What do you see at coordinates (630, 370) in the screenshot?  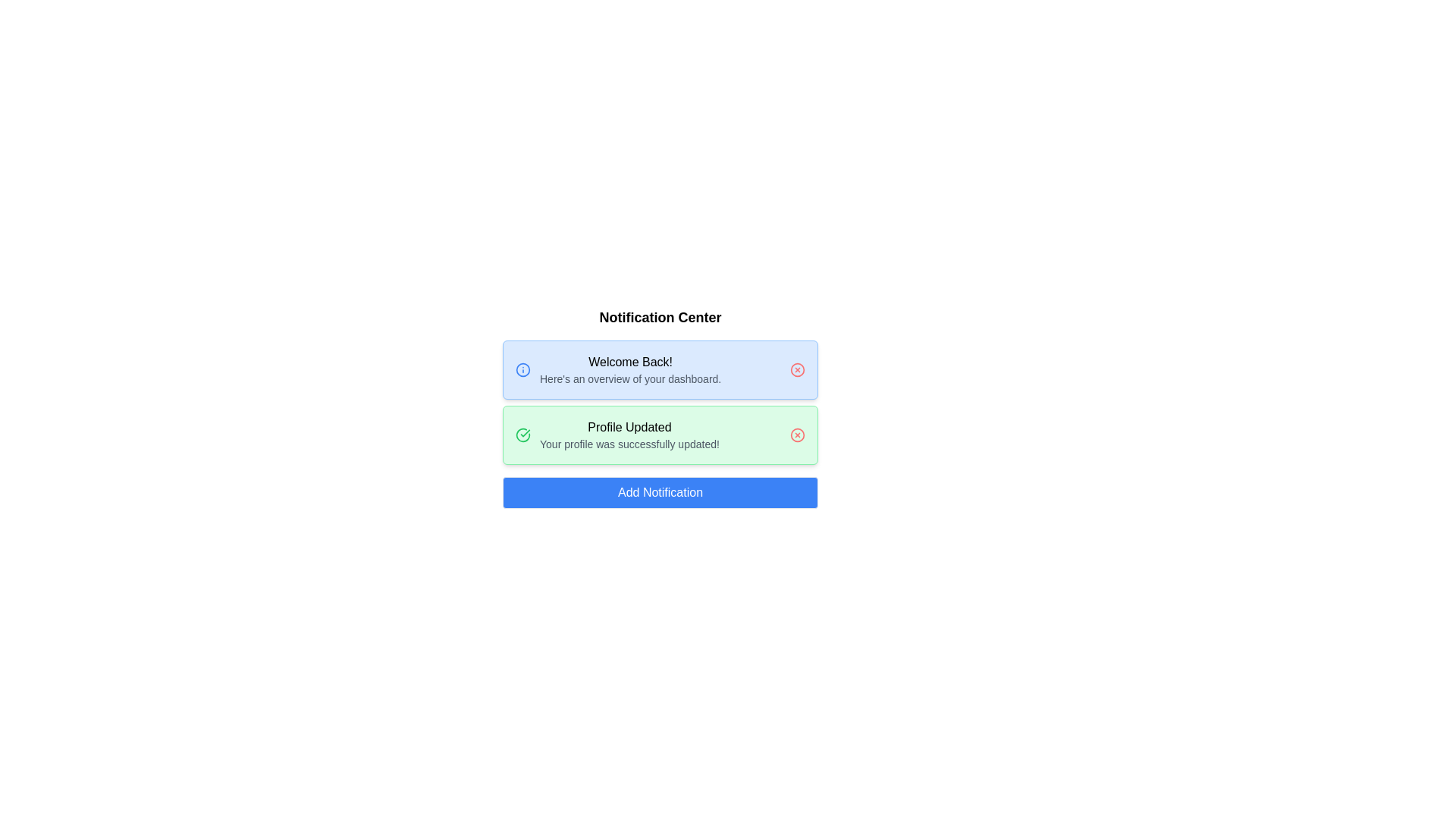 I see `text from the heading and descriptive text block that says 'Welcome Back! Here's an overview of your dashboard.' This element is located within the first notification card, positioned at the top section with a light blue background` at bounding box center [630, 370].